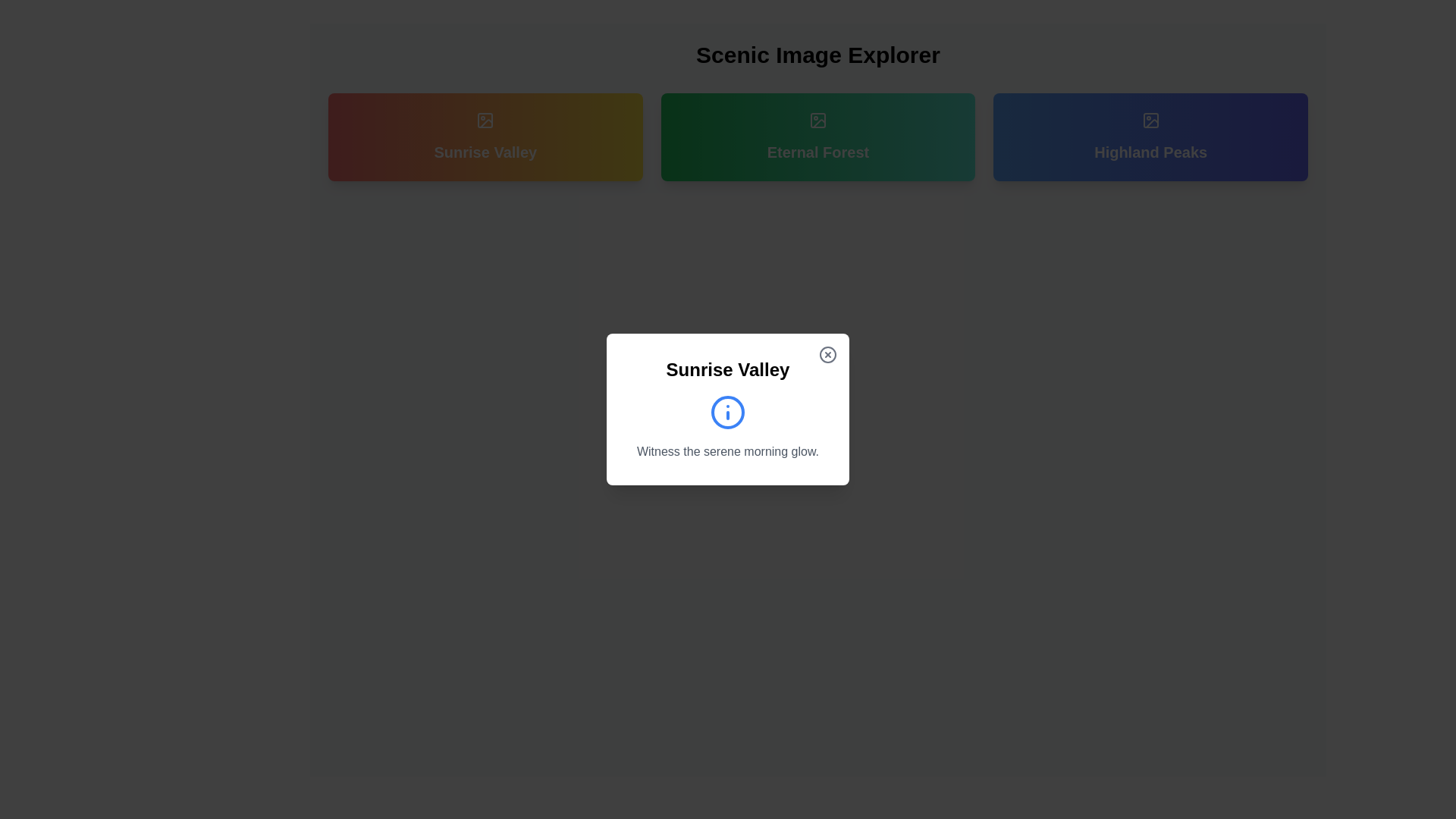  What do you see at coordinates (728, 451) in the screenshot?
I see `the text label providing descriptive information about 'Sunrise Valley' located in the modal dialog box, positioned below the blue icon and the text 'Sunrise Valley'` at bounding box center [728, 451].